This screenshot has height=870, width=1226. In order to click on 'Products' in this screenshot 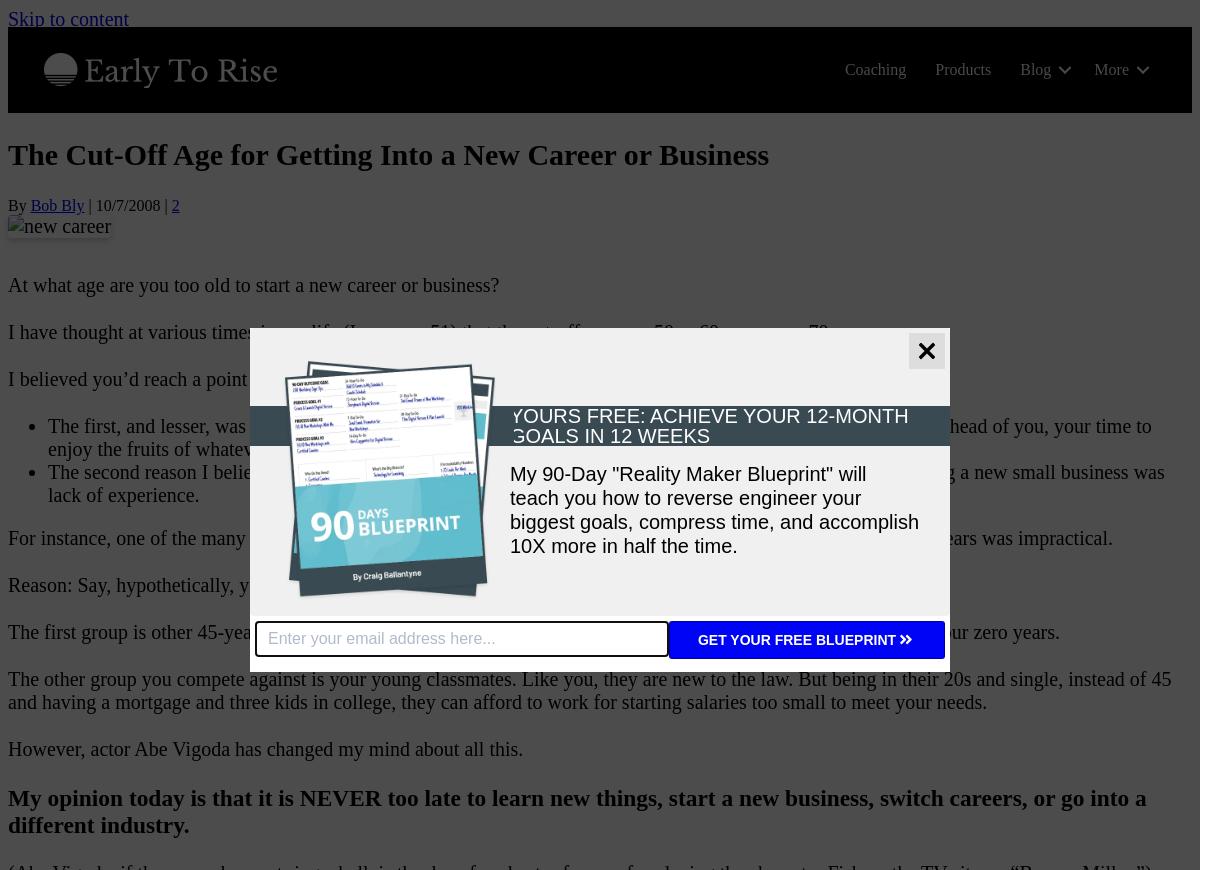, I will do `click(962, 68)`.